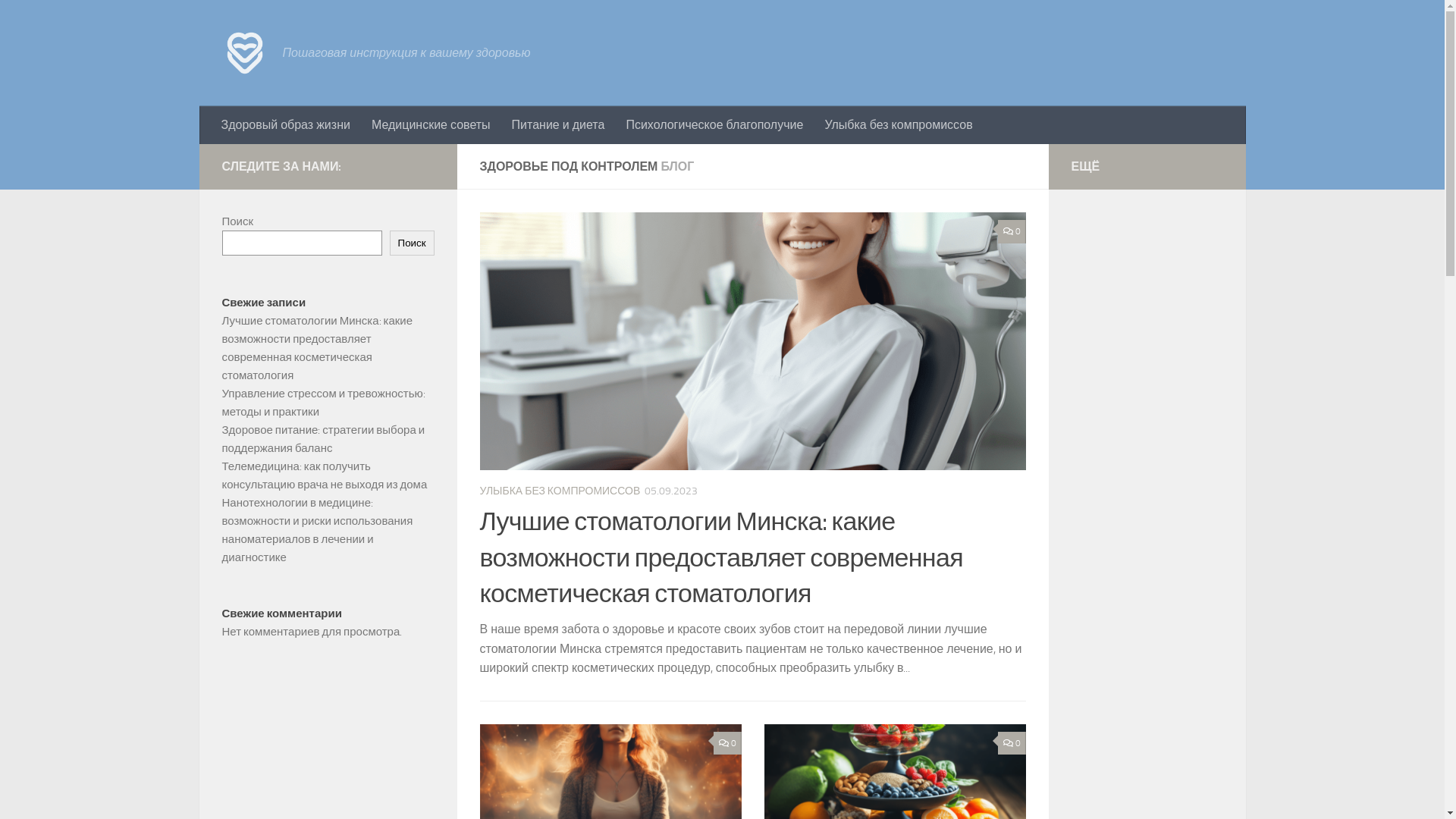 This screenshot has height=819, width=1456. What do you see at coordinates (726, 742) in the screenshot?
I see `'0'` at bounding box center [726, 742].